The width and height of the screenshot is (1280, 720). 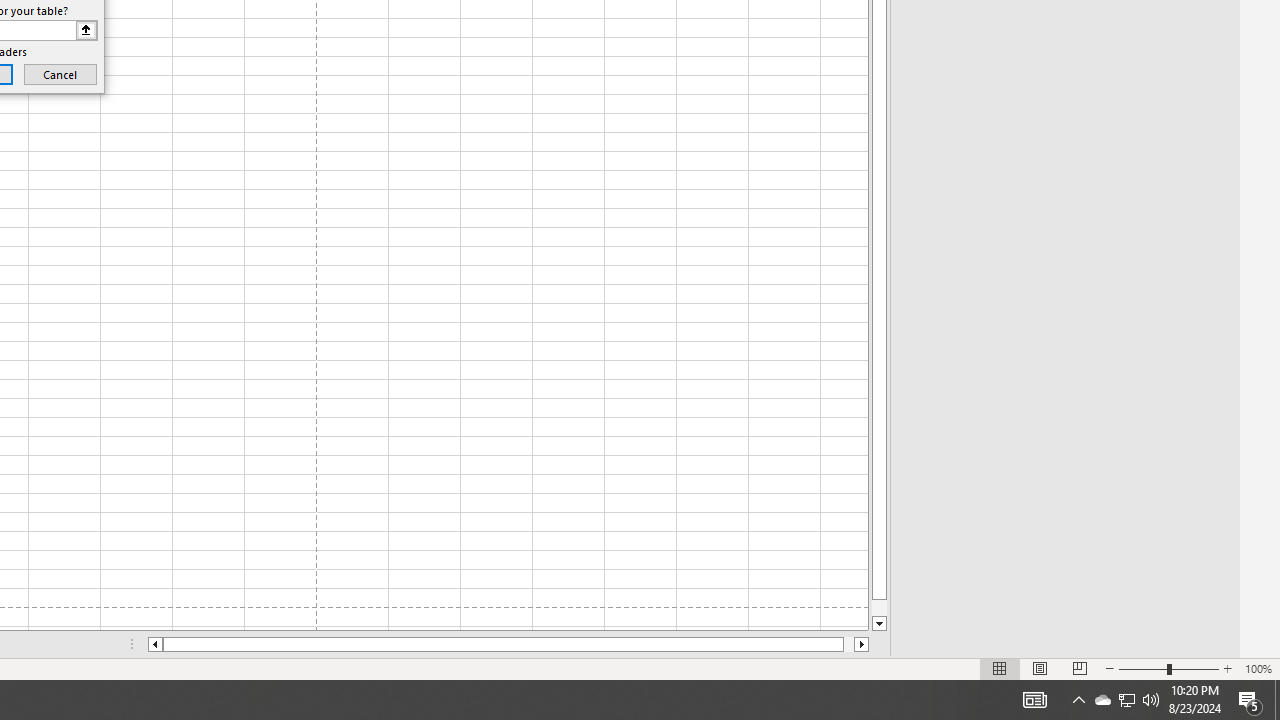 What do you see at coordinates (508, 644) in the screenshot?
I see `'Class: NetUIScrollBar'` at bounding box center [508, 644].